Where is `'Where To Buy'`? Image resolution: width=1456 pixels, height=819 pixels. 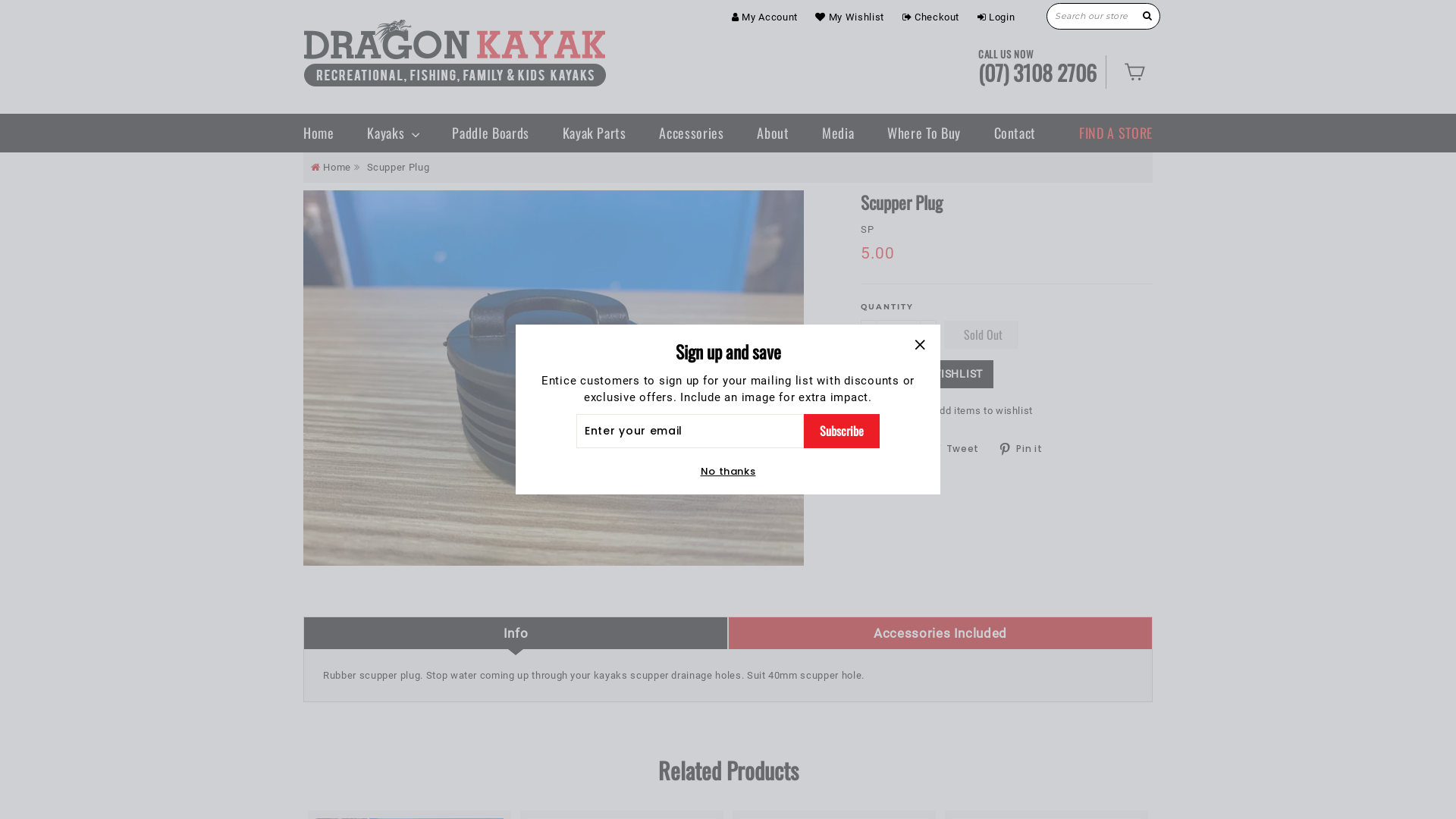 'Where To Buy' is located at coordinates (923, 132).